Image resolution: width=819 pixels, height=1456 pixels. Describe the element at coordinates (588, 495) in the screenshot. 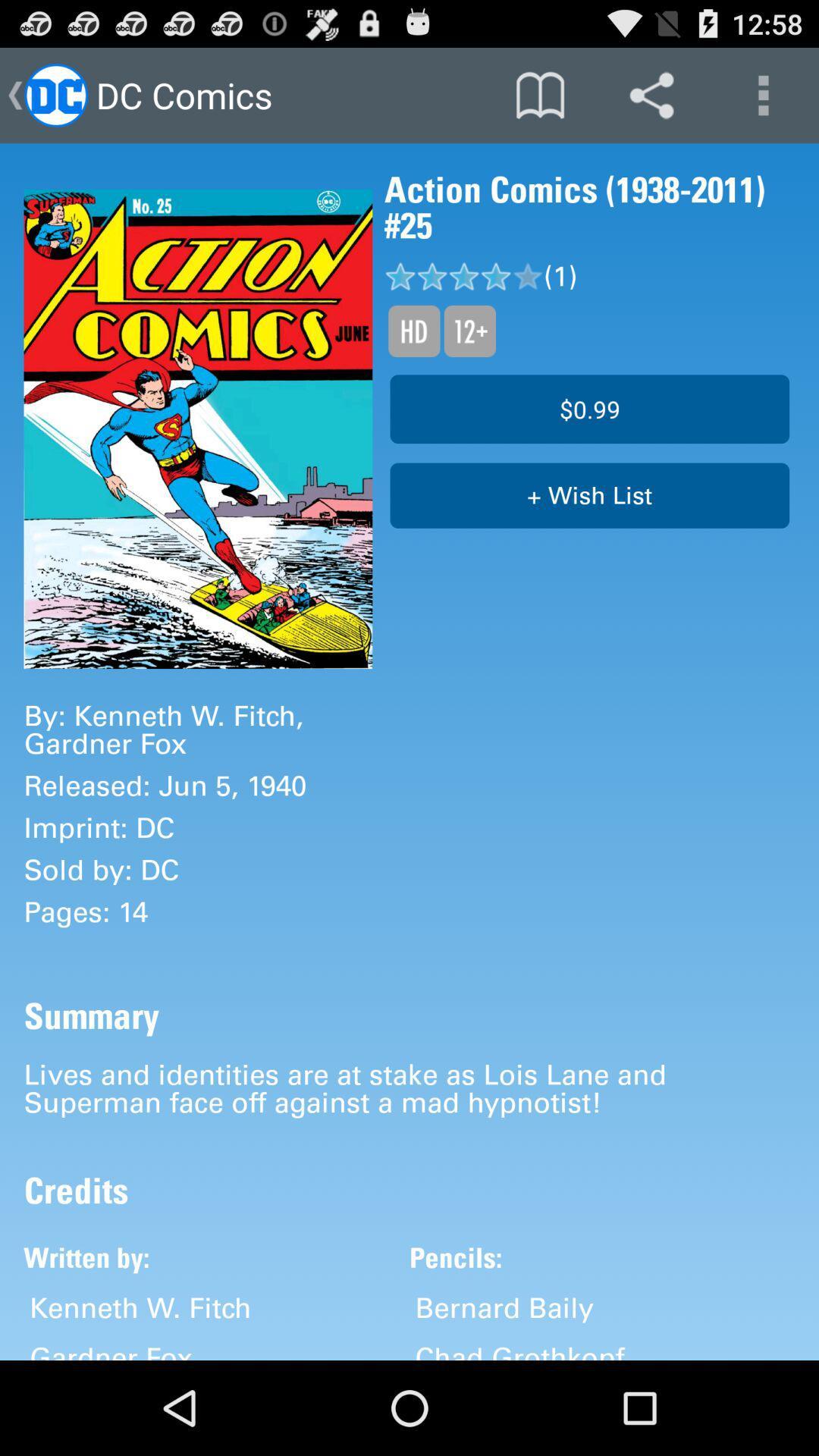

I see `the + wish list on the right` at that location.